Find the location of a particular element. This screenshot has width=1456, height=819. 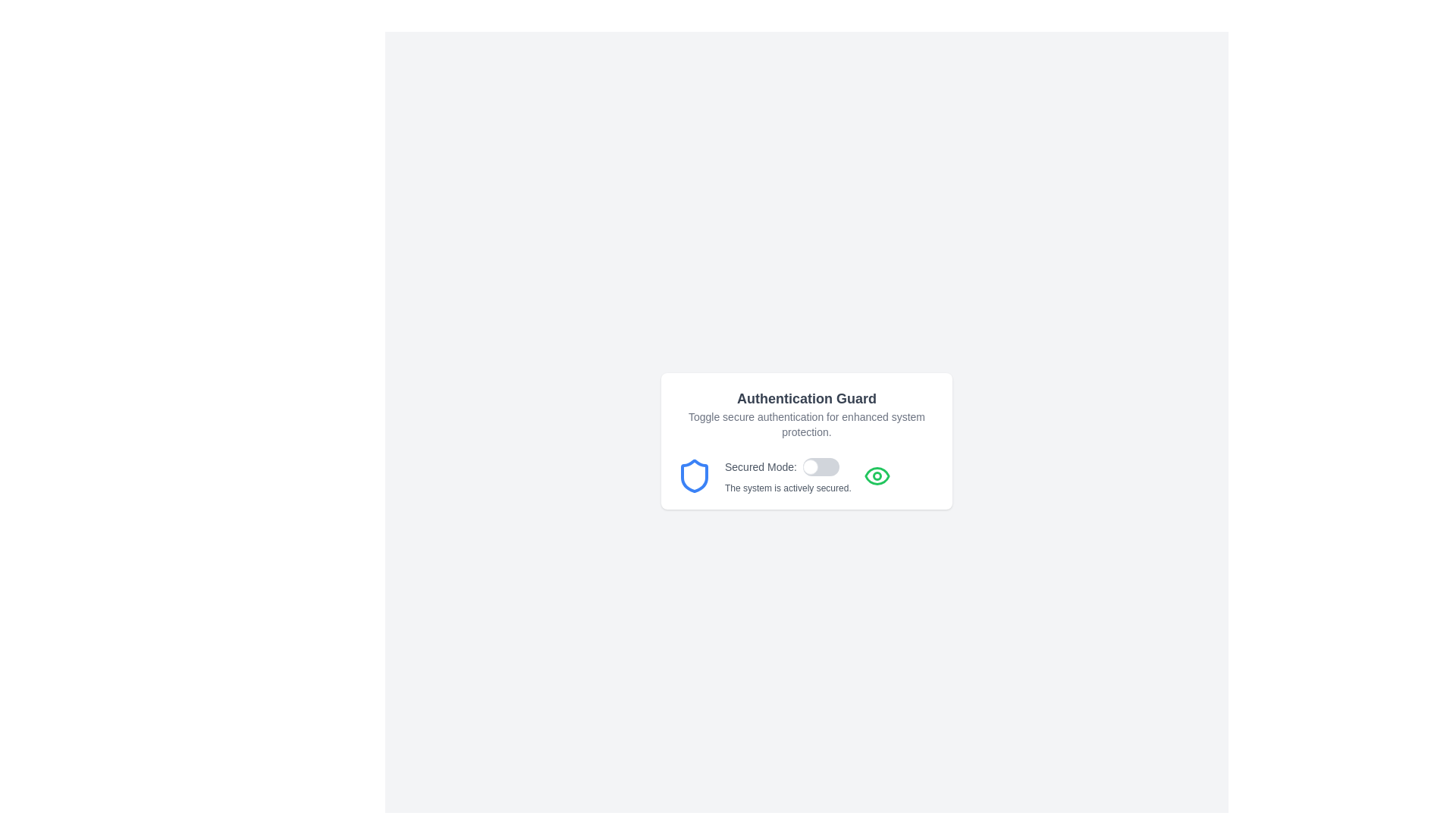

the movable thumb of the toggle switch located in the bottom-right part of the interface card is located at coordinates (809, 466).